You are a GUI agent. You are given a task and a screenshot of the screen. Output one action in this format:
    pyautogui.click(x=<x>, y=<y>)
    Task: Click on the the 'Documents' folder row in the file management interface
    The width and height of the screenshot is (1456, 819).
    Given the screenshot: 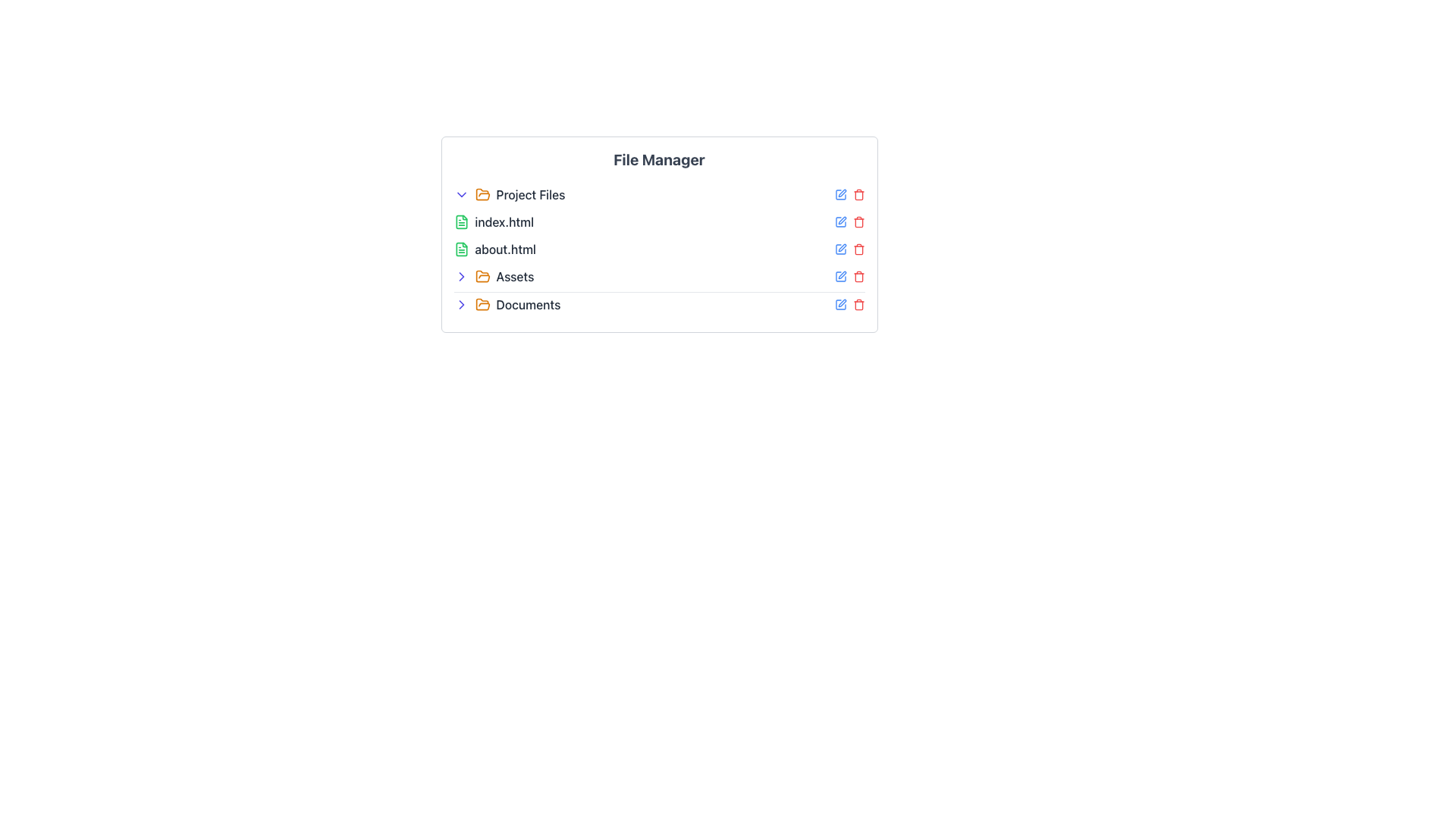 What is the action you would take?
    pyautogui.click(x=659, y=304)
    